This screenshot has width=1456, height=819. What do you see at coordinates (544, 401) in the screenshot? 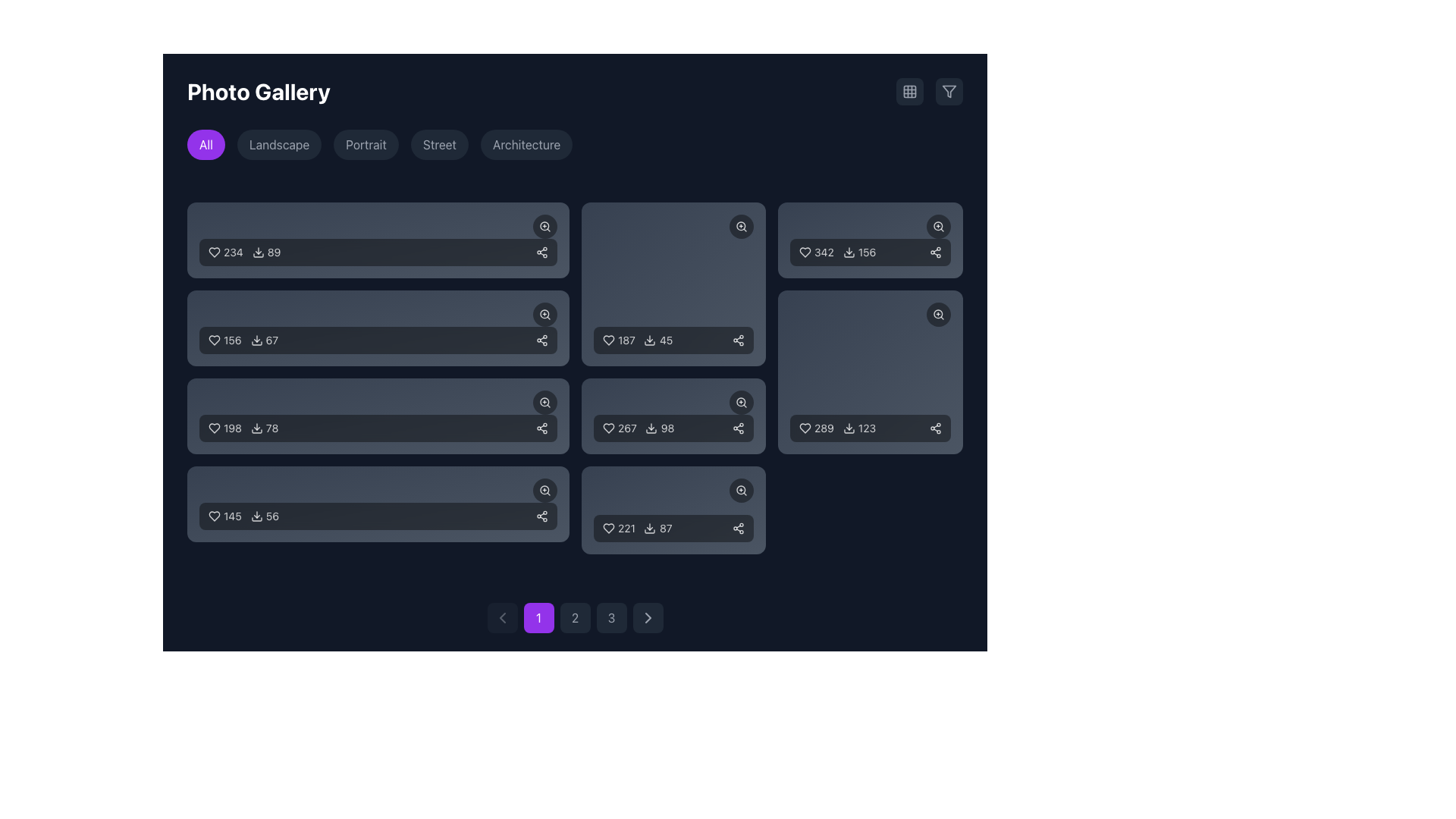
I see `the magnifying glass icon located in the bottom row of the gallery grid, positioned to the right of the '198' likes and '78' downloads entry` at bounding box center [544, 401].